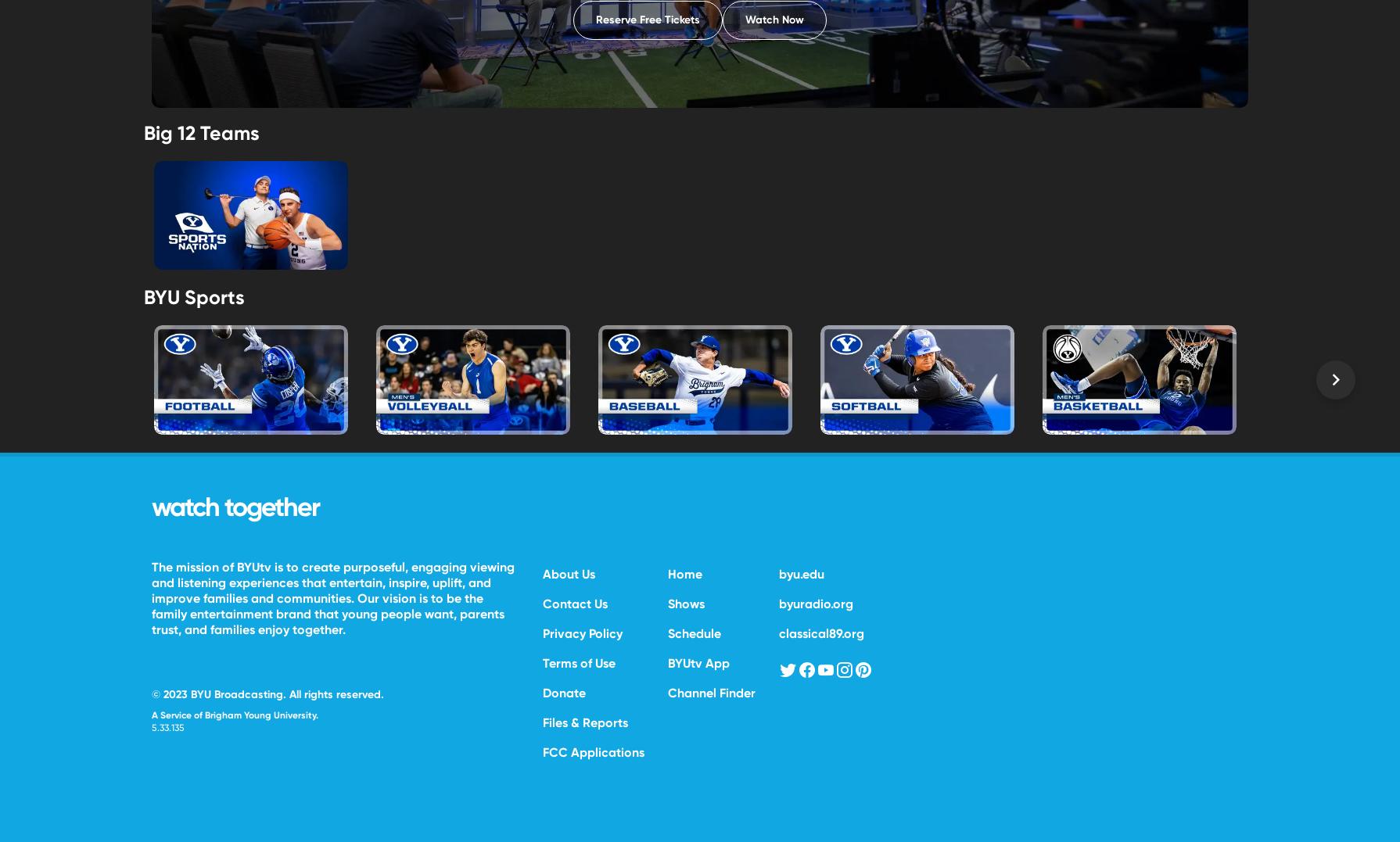  Describe the element at coordinates (684, 573) in the screenshot. I see `'Home'` at that location.